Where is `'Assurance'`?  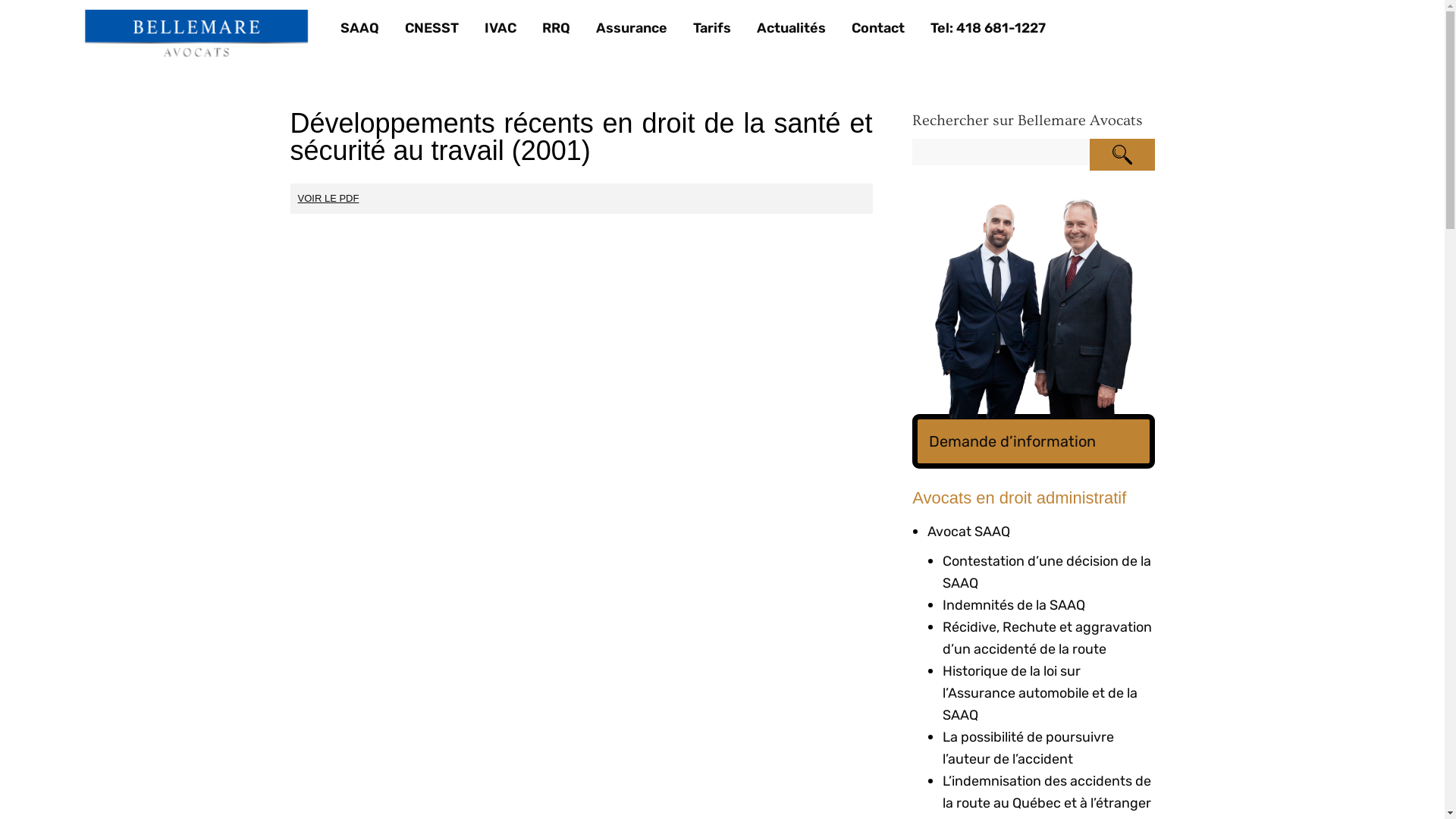 'Assurance' is located at coordinates (632, 28).